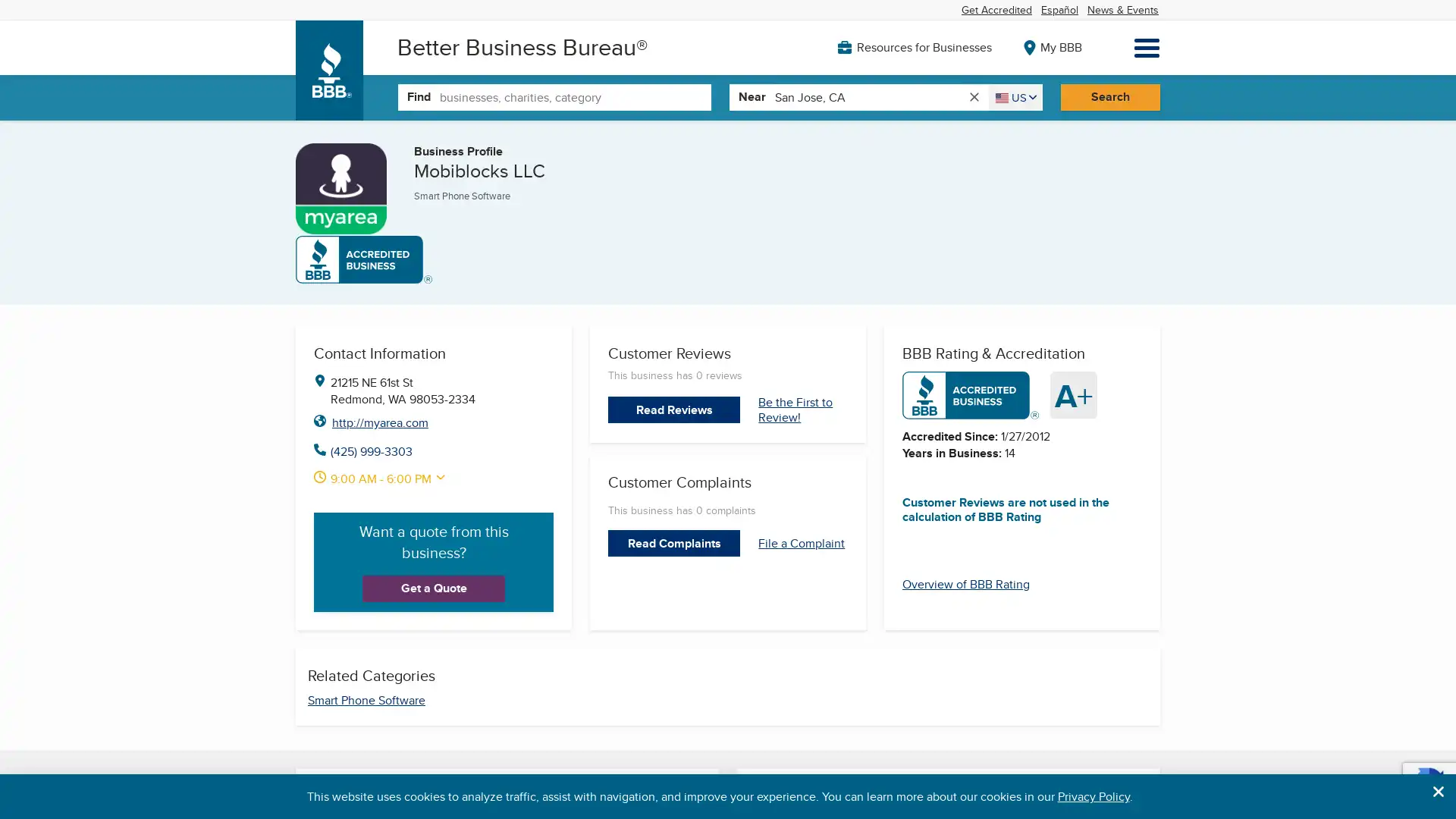  I want to click on My BBB, so click(1051, 45).